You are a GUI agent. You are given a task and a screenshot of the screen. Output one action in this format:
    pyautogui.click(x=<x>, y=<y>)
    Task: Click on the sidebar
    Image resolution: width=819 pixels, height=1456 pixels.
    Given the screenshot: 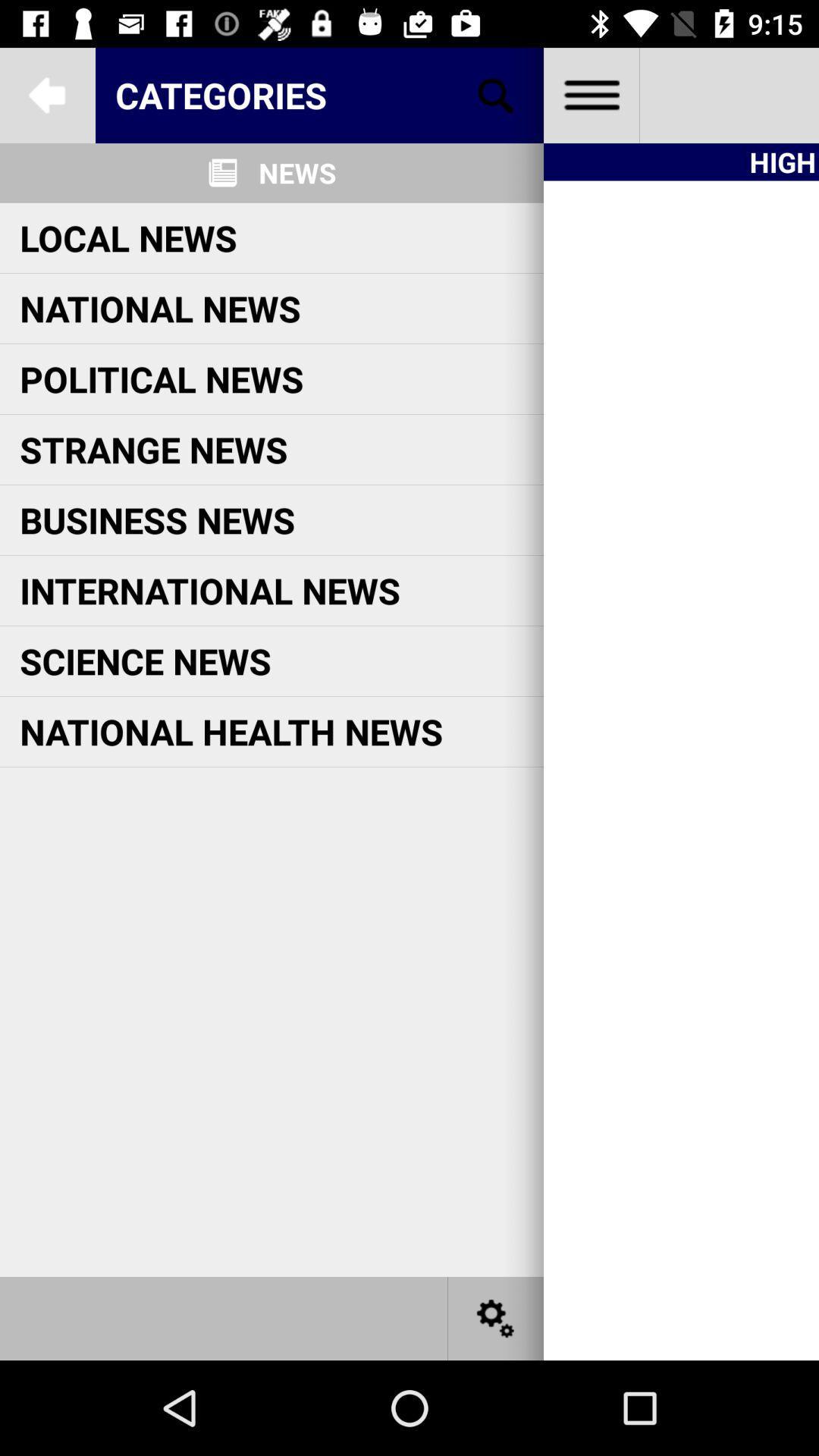 What is the action you would take?
    pyautogui.click(x=590, y=94)
    